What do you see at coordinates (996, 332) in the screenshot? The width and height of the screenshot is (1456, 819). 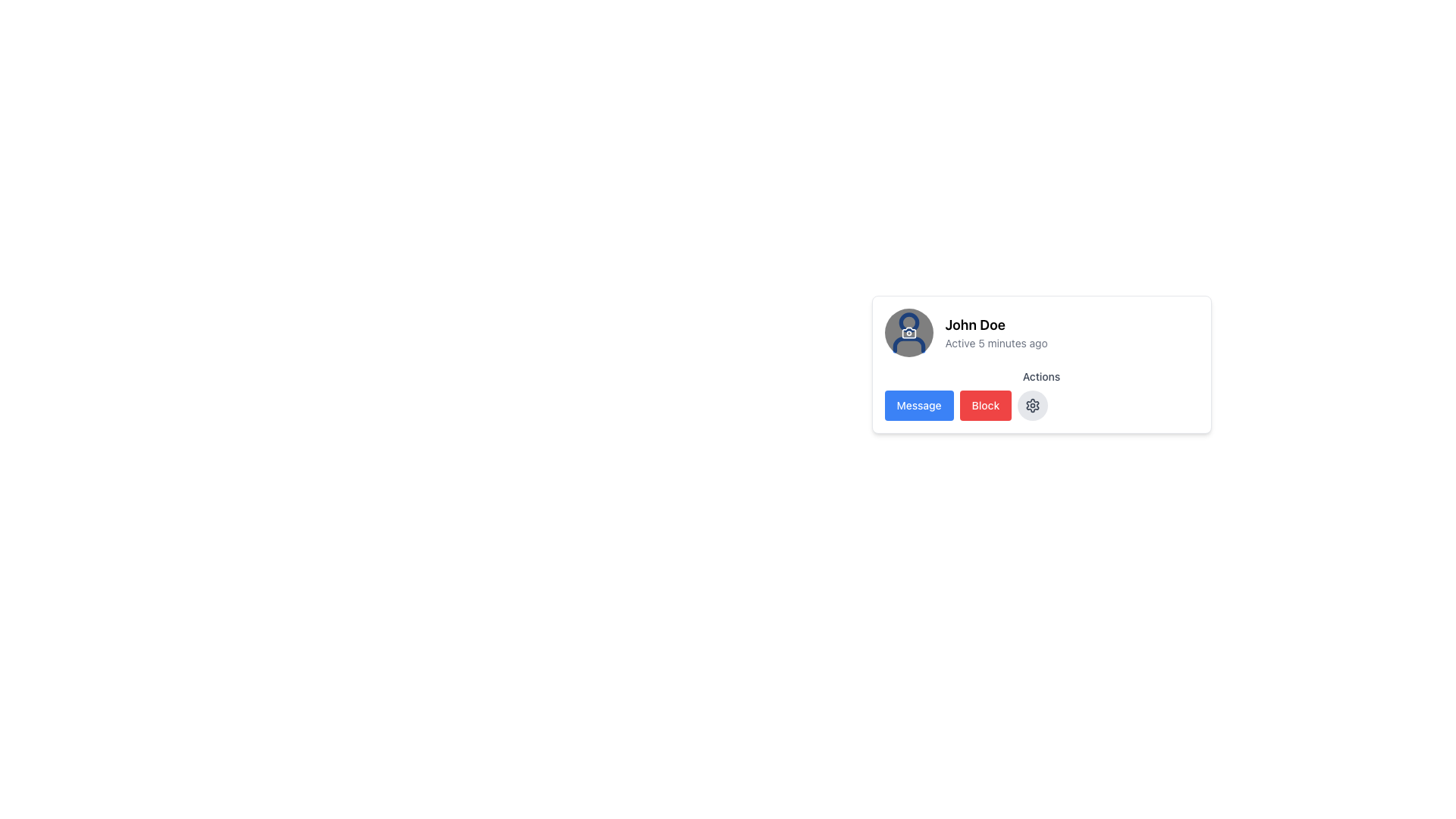 I see `the name text block displaying the user's name and last activity status, which is positioned to the right of a circular avatar image within the card layout` at bounding box center [996, 332].